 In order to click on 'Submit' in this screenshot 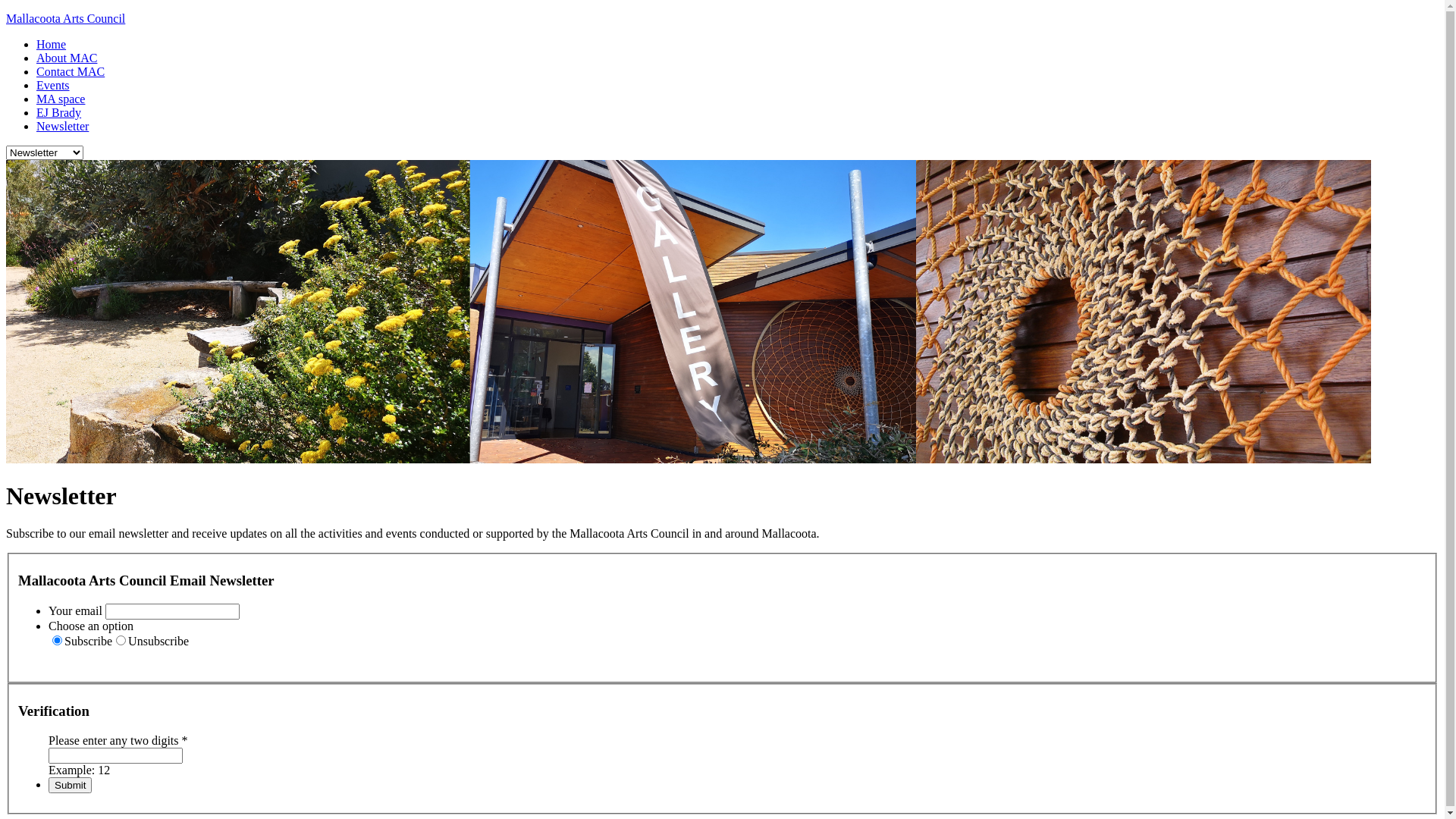, I will do `click(48, 785)`.